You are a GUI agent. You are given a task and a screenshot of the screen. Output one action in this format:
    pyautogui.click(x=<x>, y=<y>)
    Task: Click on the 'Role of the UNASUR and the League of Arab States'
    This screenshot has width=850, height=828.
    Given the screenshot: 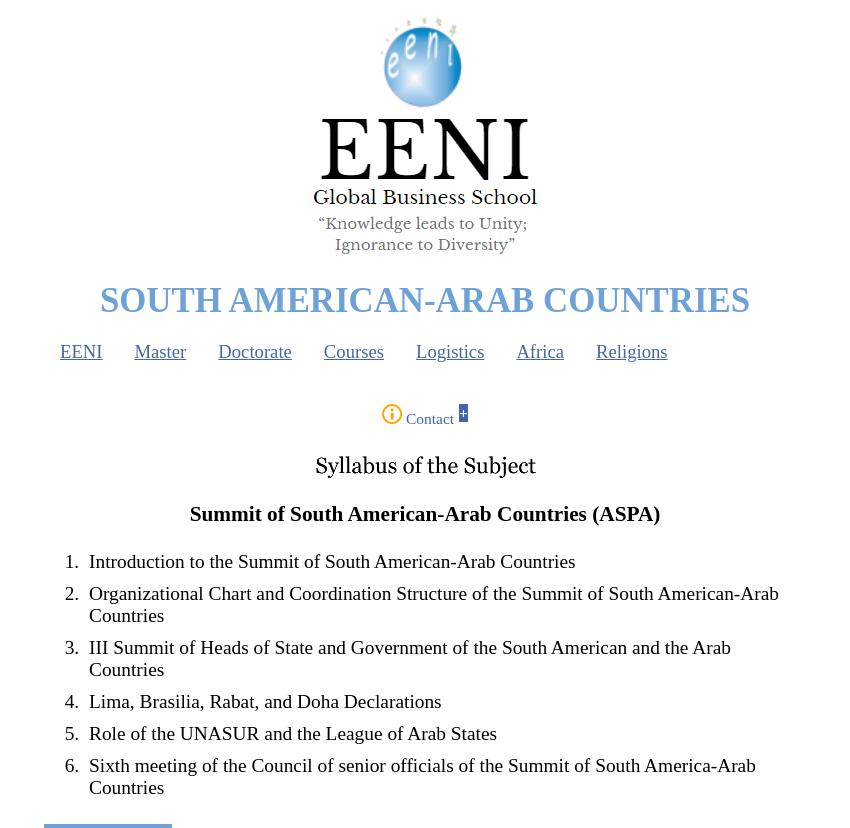 What is the action you would take?
    pyautogui.click(x=291, y=732)
    